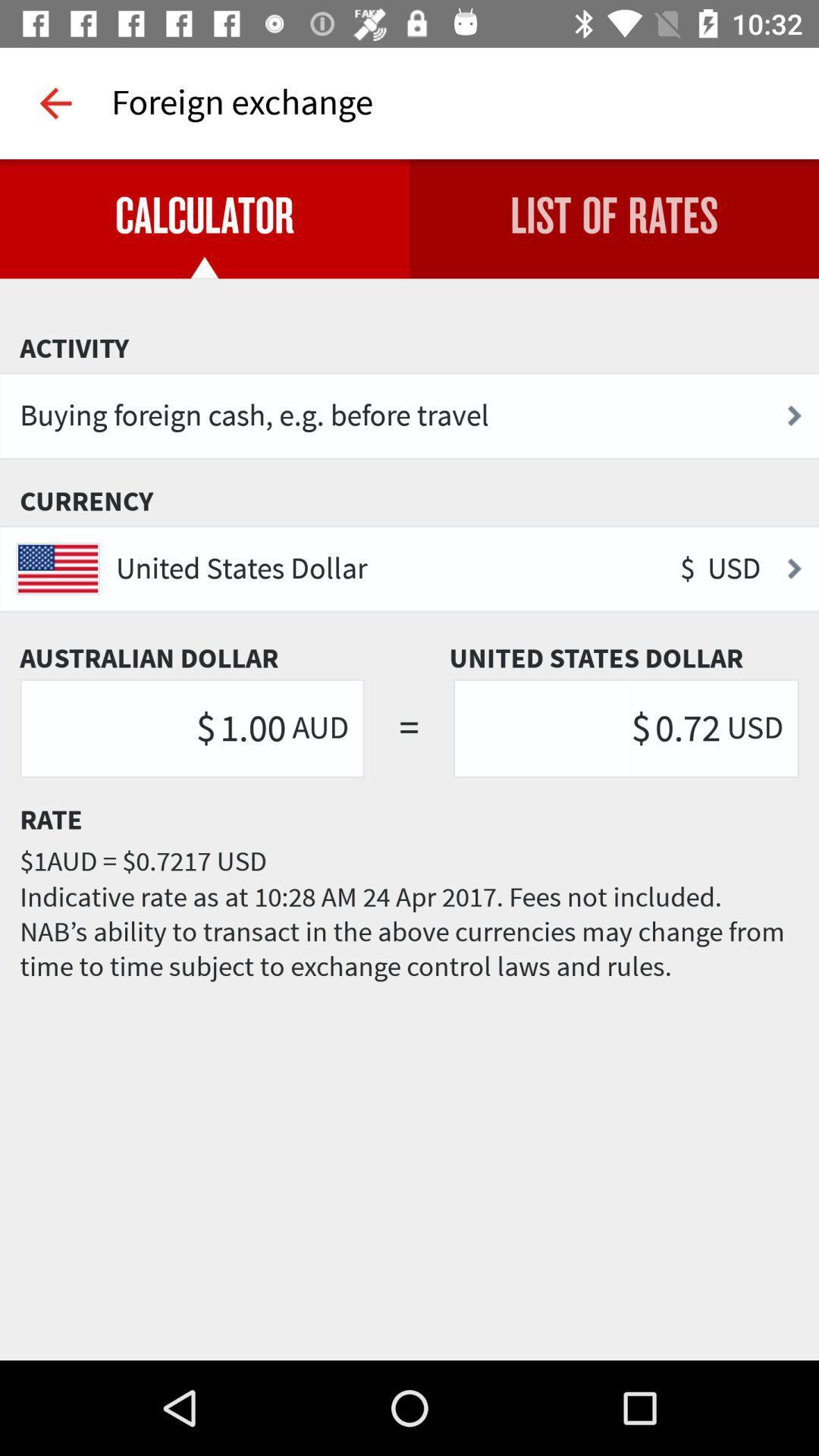  I want to click on the buying foreign cash, so click(409, 416).